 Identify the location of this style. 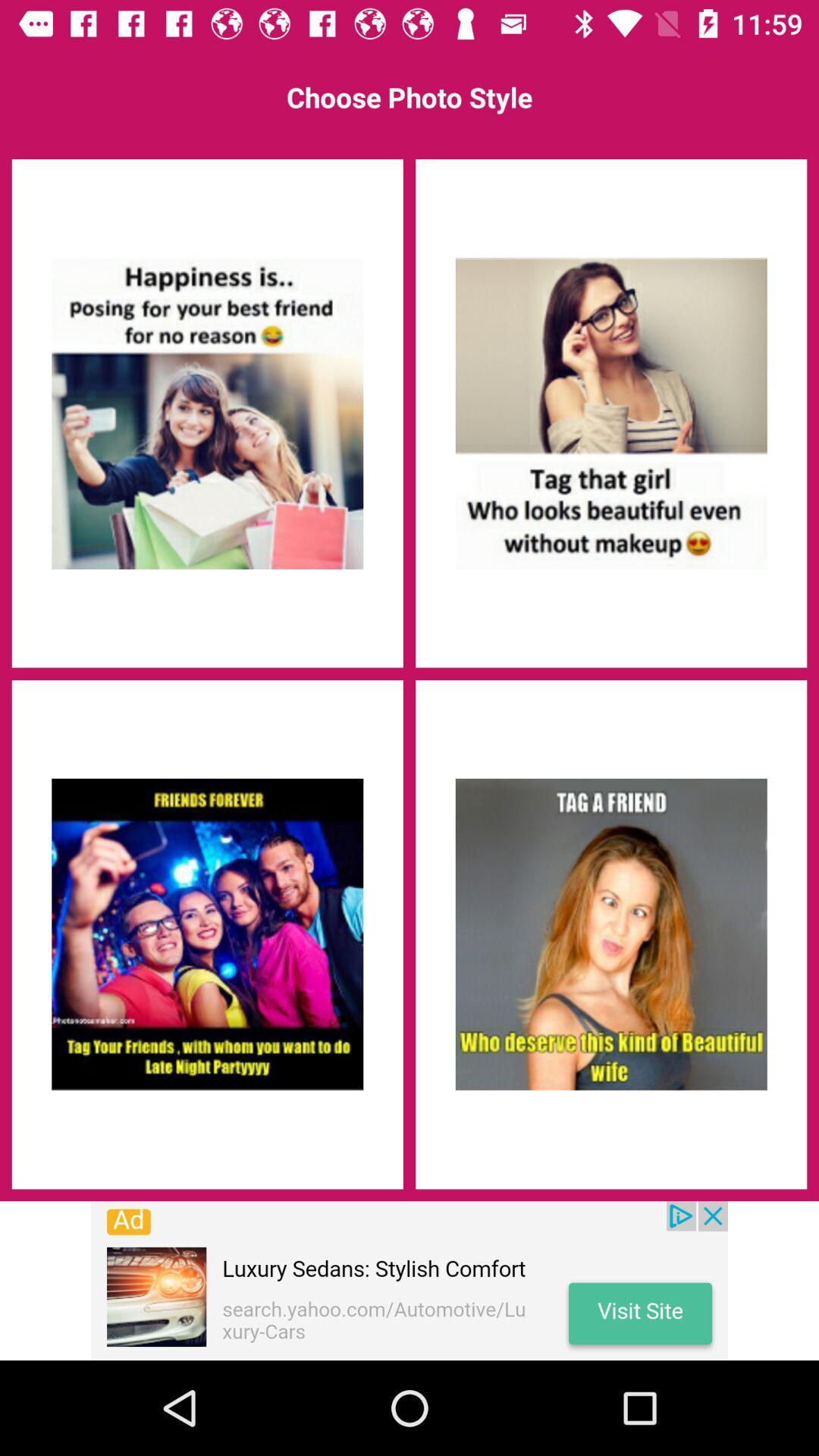
(610, 413).